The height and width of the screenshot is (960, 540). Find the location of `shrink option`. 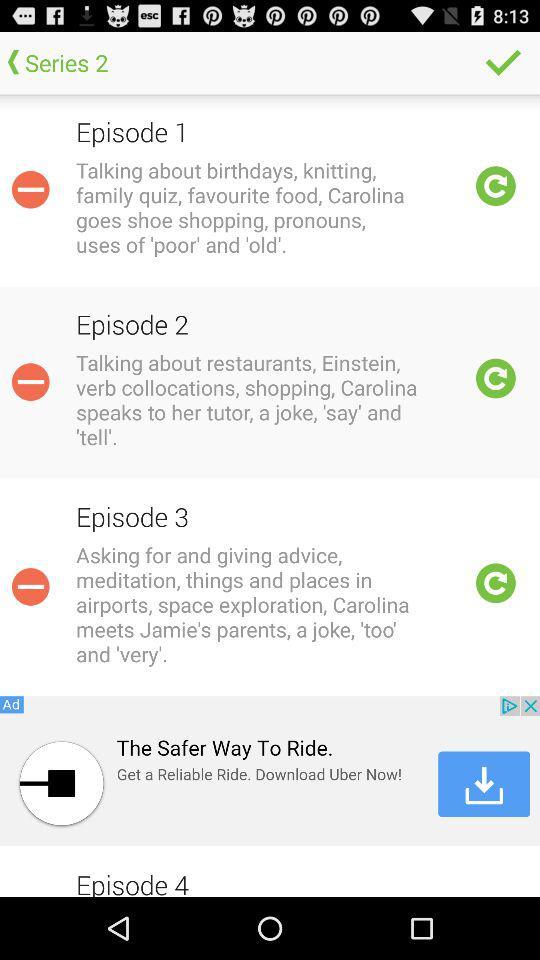

shrink option is located at coordinates (29, 381).